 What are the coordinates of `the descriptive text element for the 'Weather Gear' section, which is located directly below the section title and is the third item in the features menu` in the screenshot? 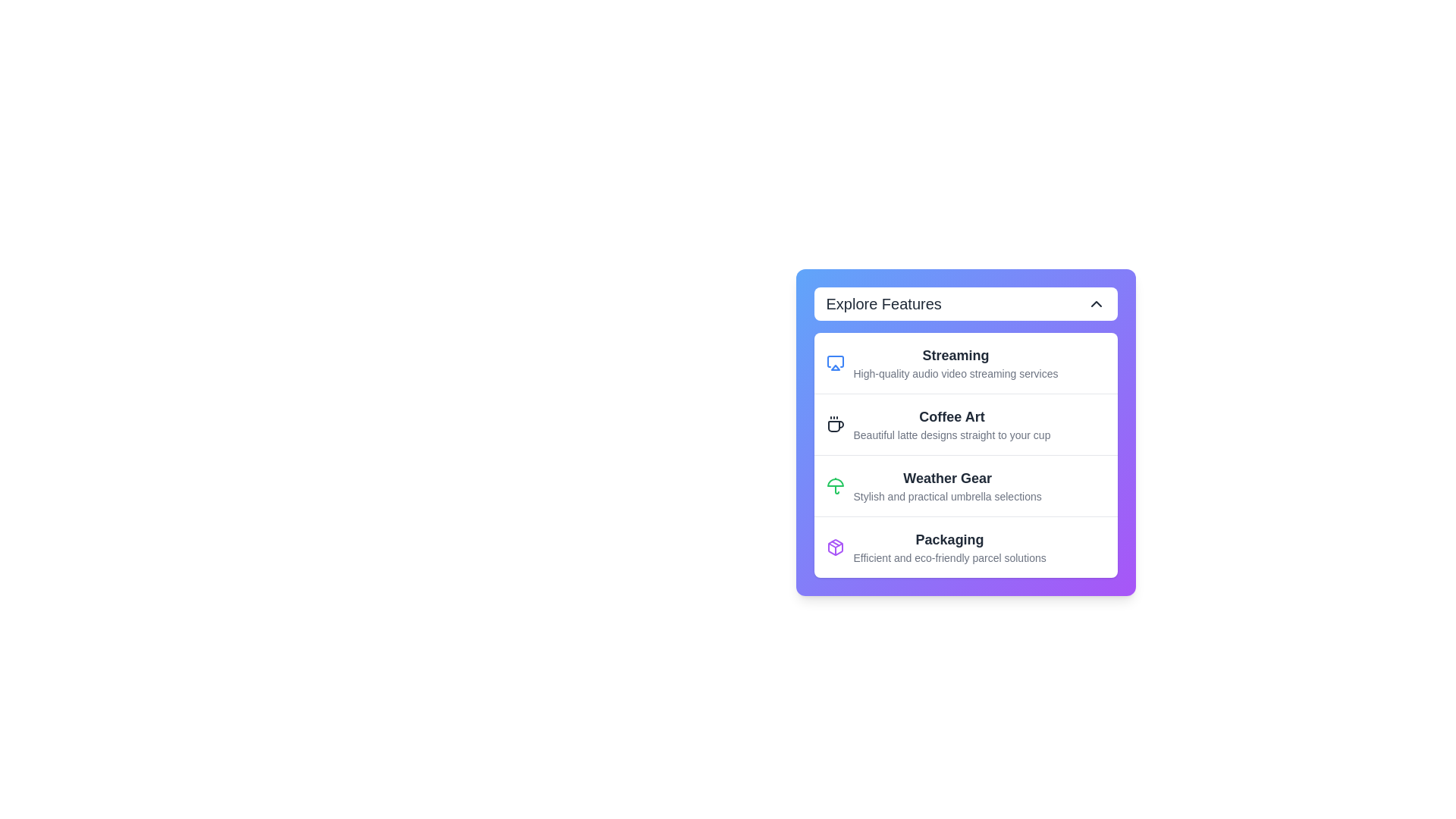 It's located at (946, 497).